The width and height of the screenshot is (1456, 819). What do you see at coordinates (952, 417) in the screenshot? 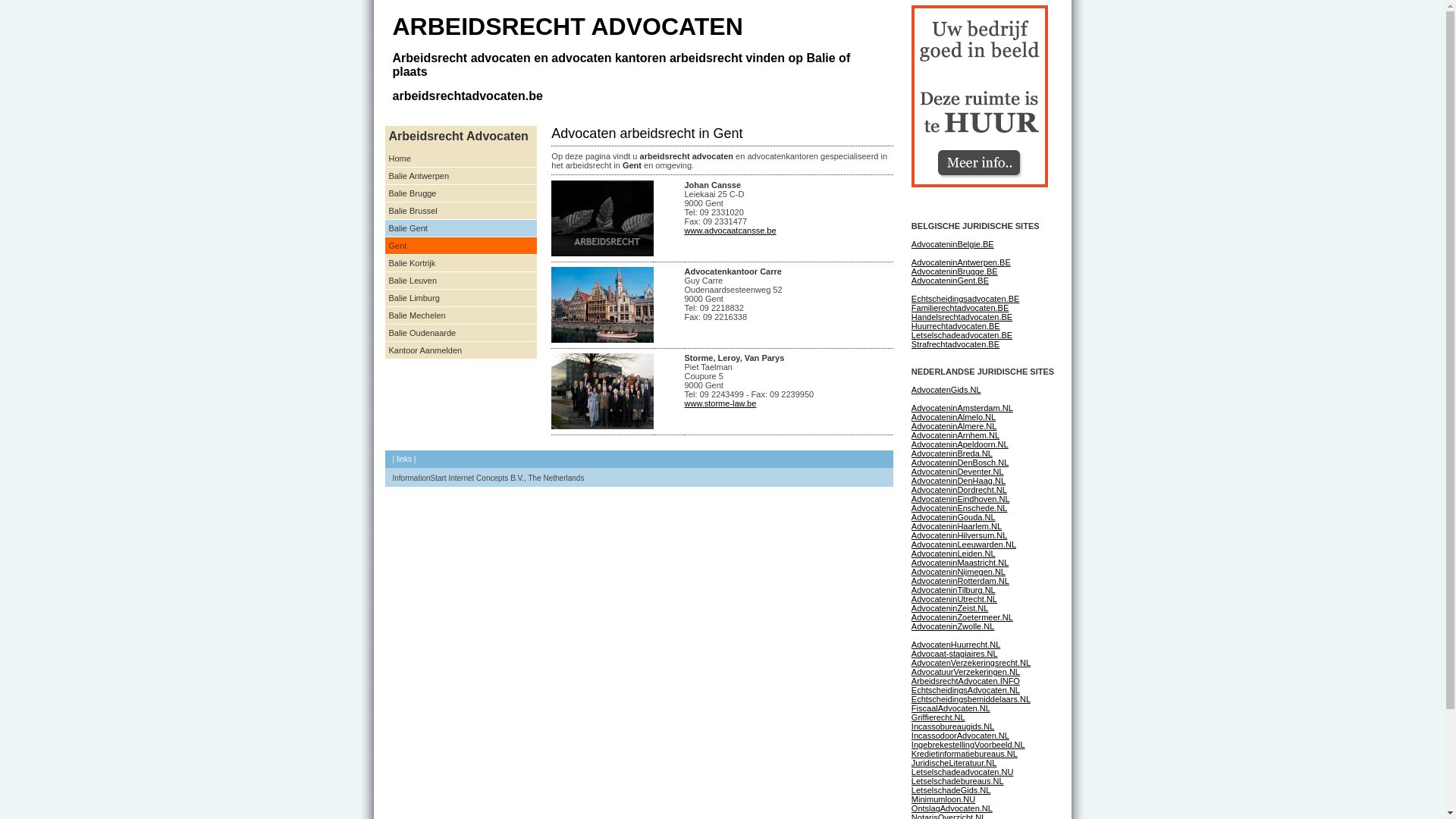
I see `'AdvocateninAlmelo.NL'` at bounding box center [952, 417].